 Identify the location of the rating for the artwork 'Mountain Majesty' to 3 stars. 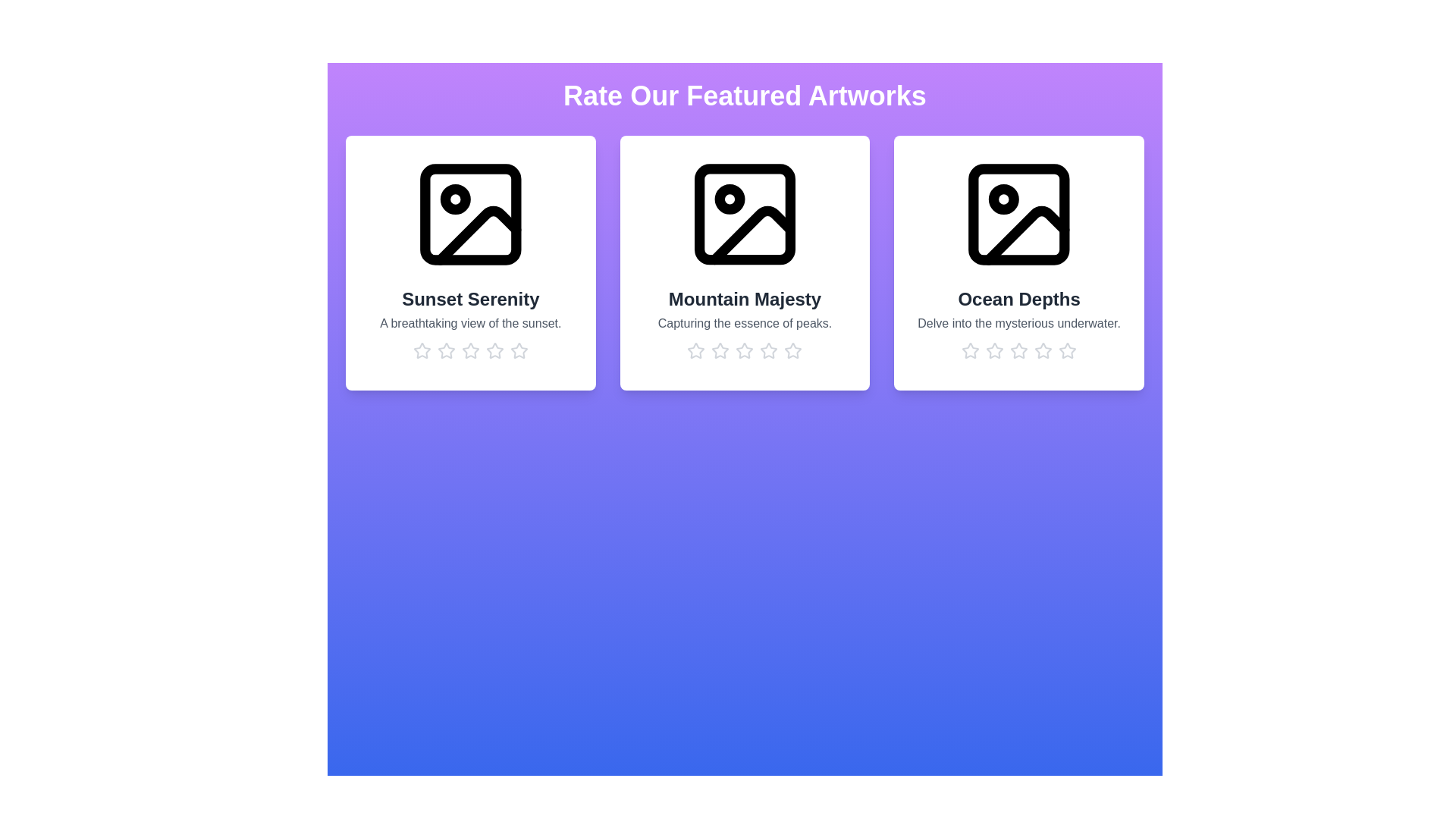
(745, 350).